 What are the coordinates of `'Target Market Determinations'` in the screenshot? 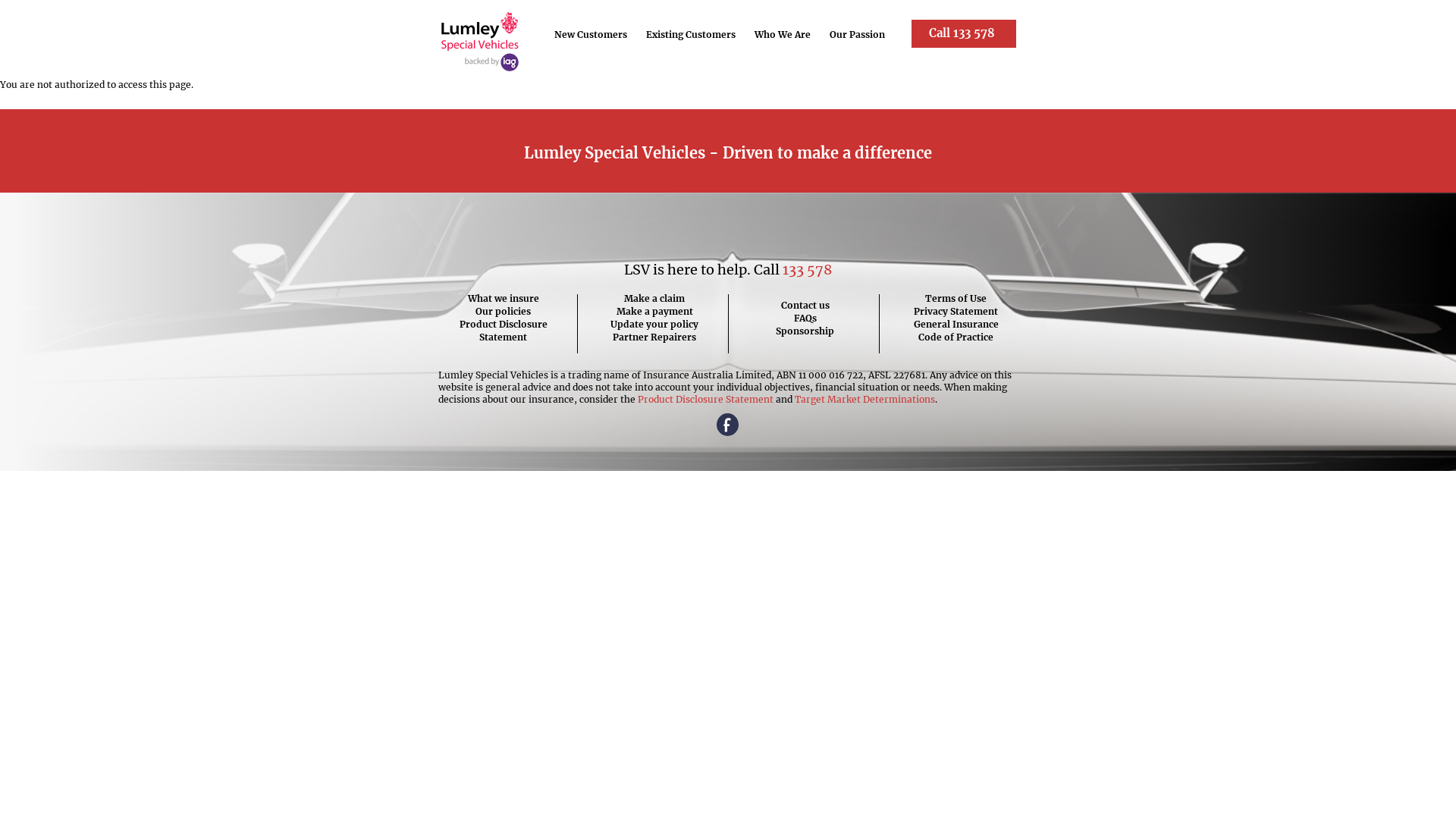 It's located at (864, 398).